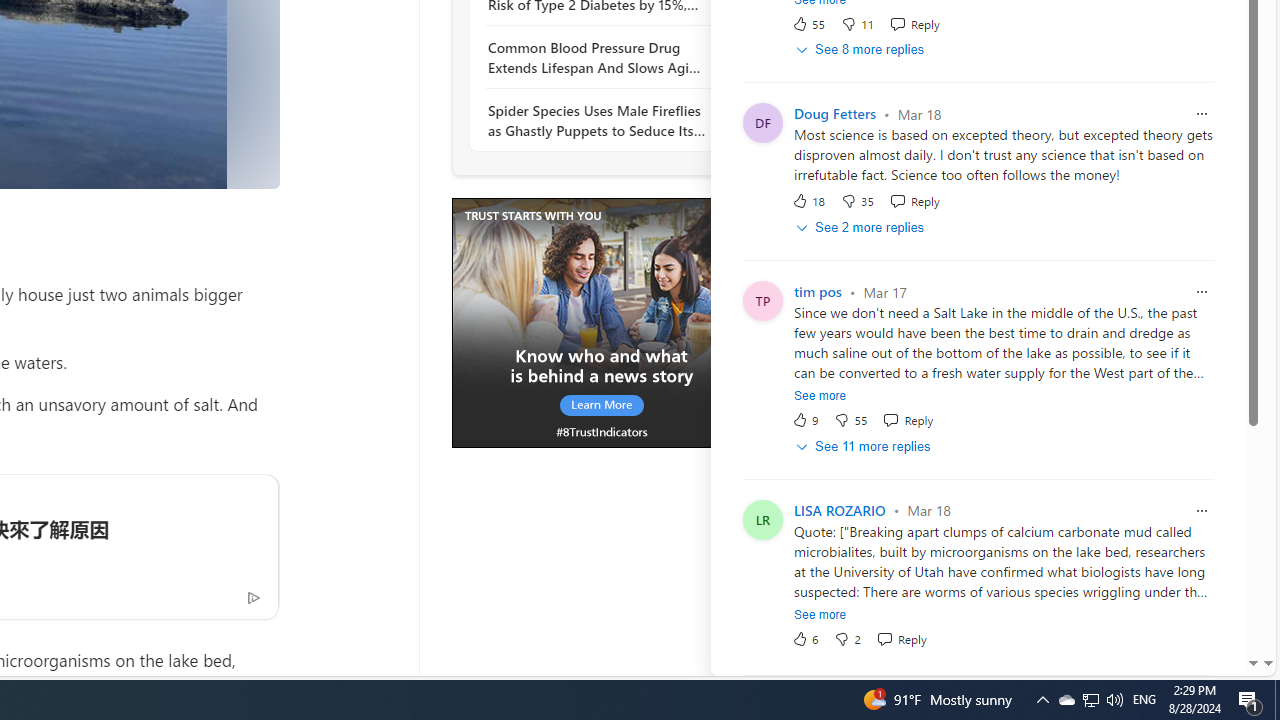 This screenshot has height=720, width=1280. I want to click on 'See 11 more replies', so click(864, 445).